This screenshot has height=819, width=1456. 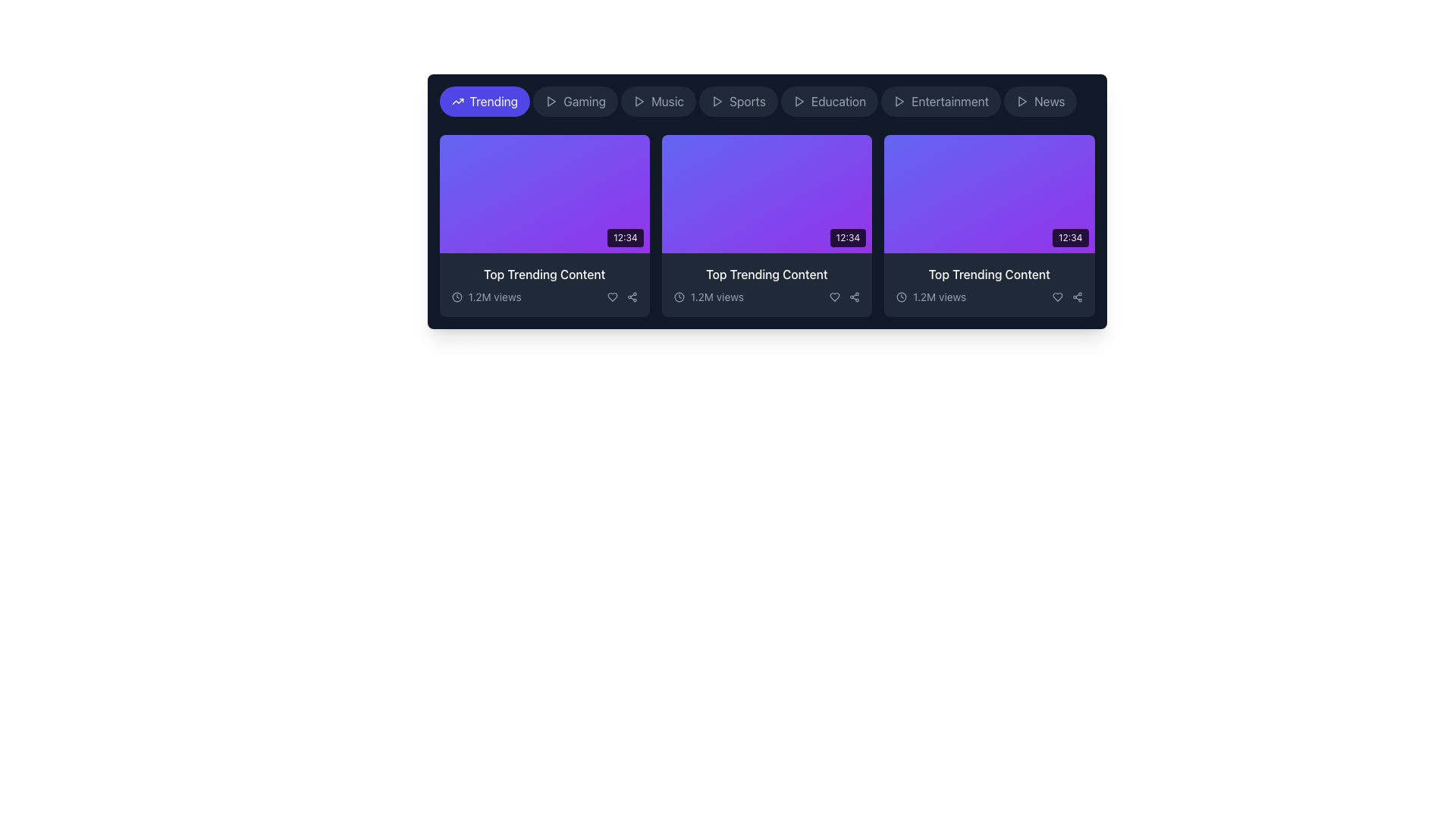 What do you see at coordinates (551, 102) in the screenshot?
I see `the play button icon, which is a triangle pointing to the right, located within a rectangular button with rounded corners on the left side of the 'Gaming' button in the navigation bar` at bounding box center [551, 102].